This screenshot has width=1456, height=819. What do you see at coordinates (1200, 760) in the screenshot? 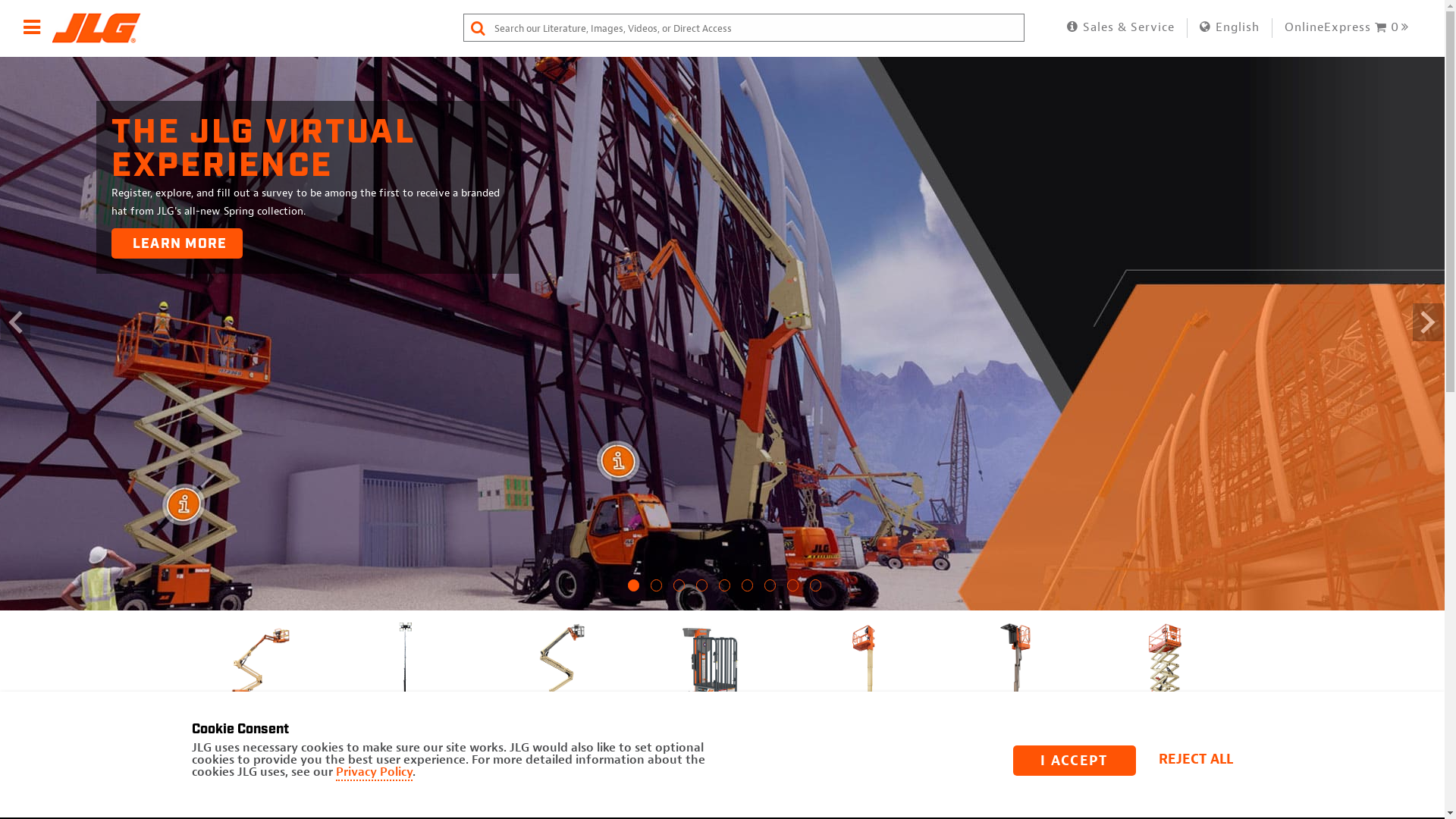
I see `'REJECT ALL'` at bounding box center [1200, 760].